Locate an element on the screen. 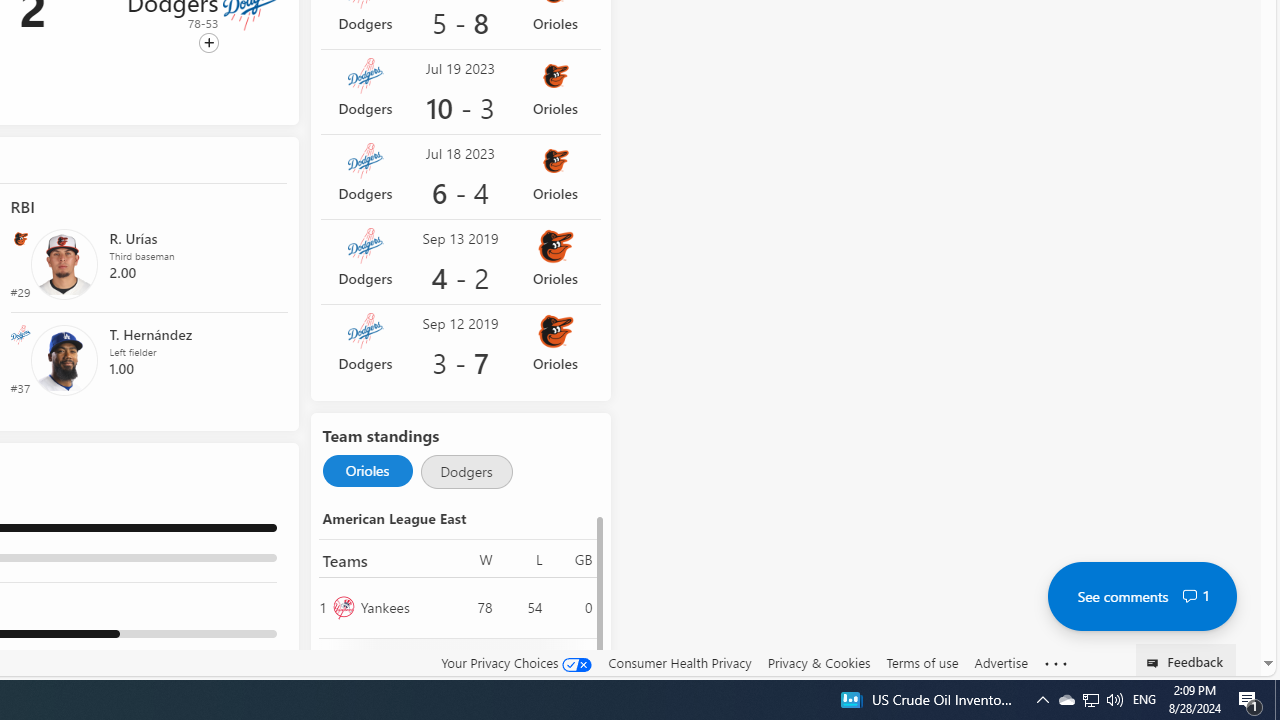 The image size is (1280, 720). 'Consumer Health Privacy' is located at coordinates (680, 663).